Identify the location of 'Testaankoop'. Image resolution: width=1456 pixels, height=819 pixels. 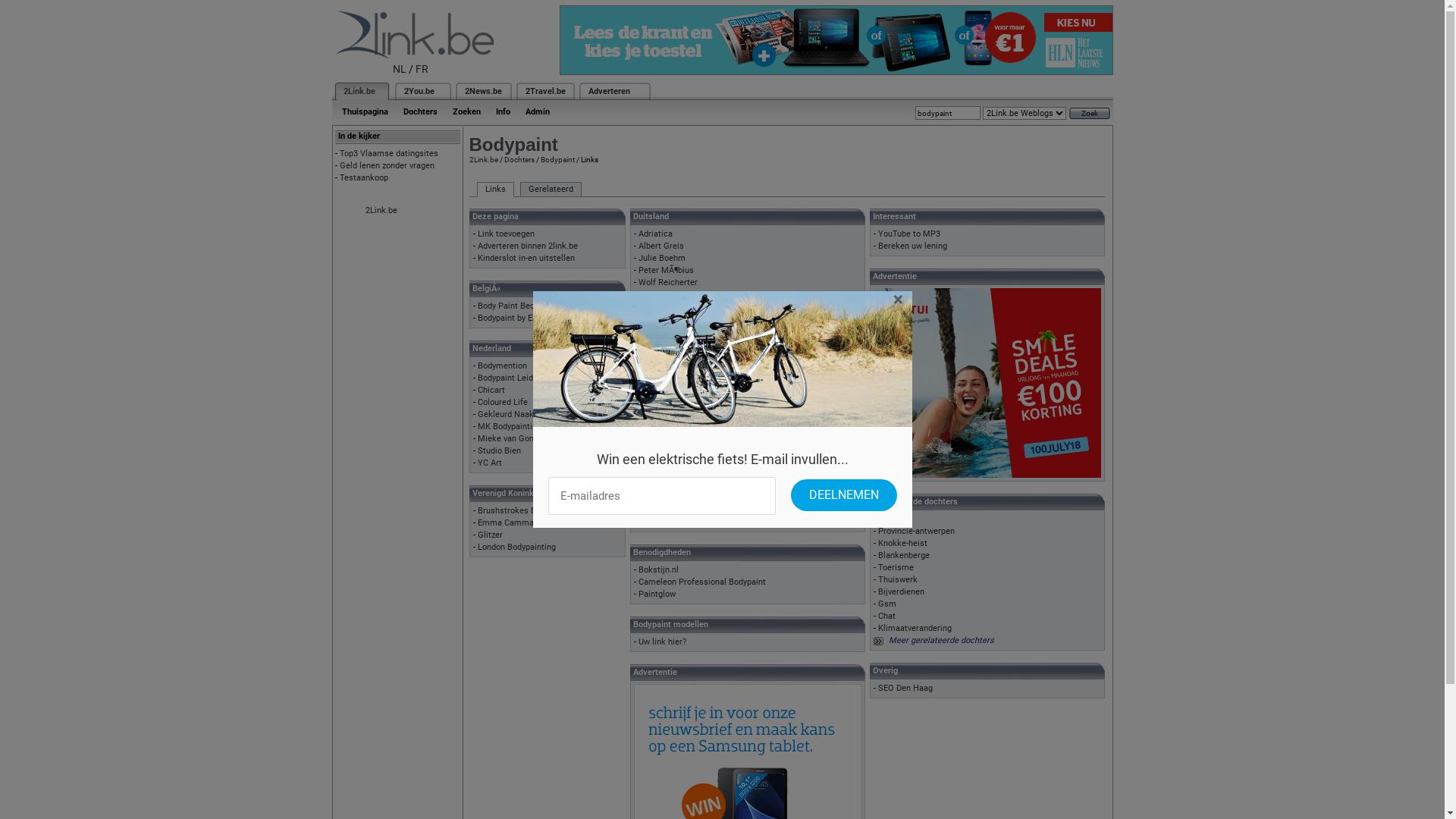
(364, 177).